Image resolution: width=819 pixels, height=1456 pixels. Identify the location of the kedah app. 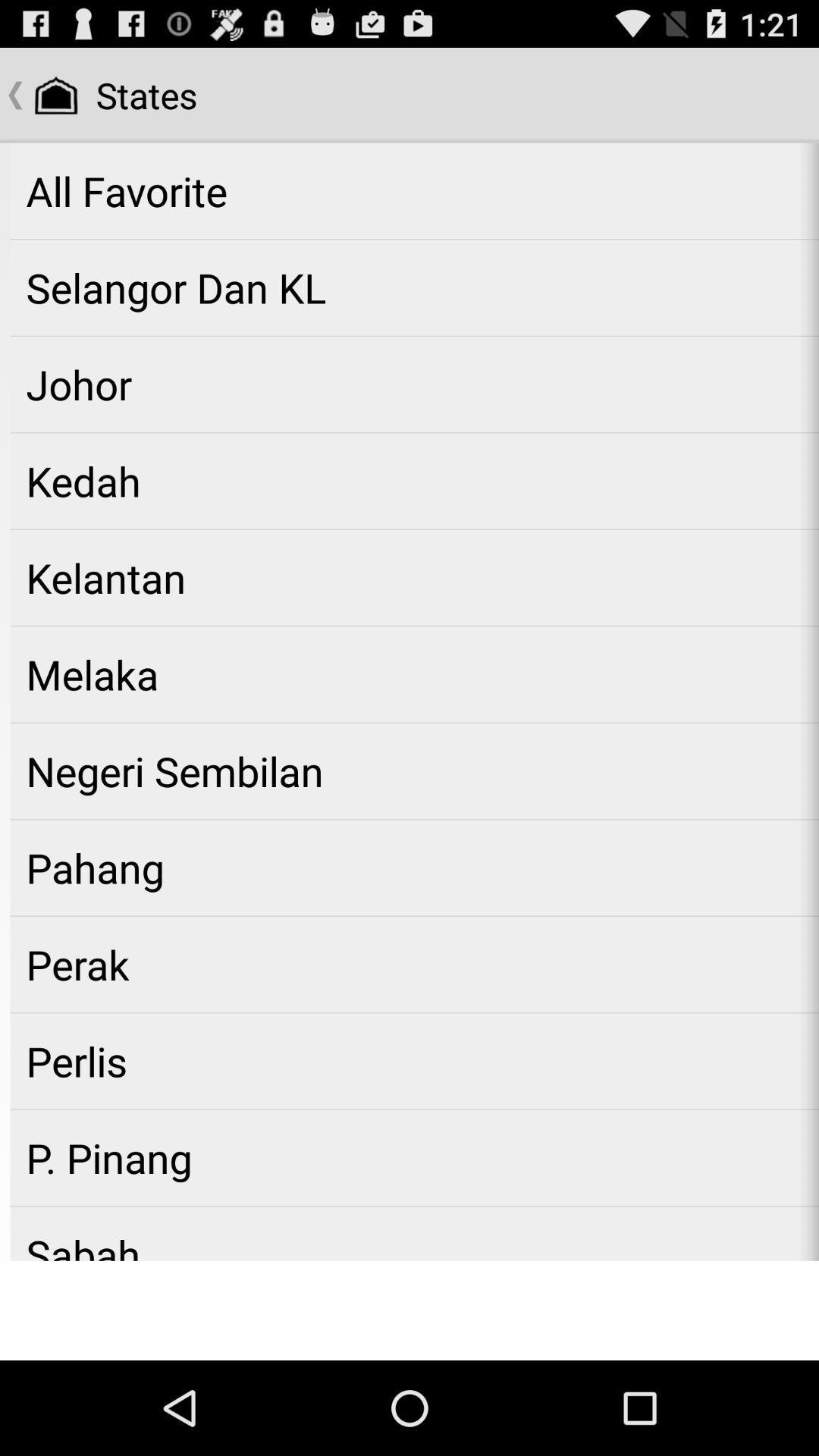
(414, 480).